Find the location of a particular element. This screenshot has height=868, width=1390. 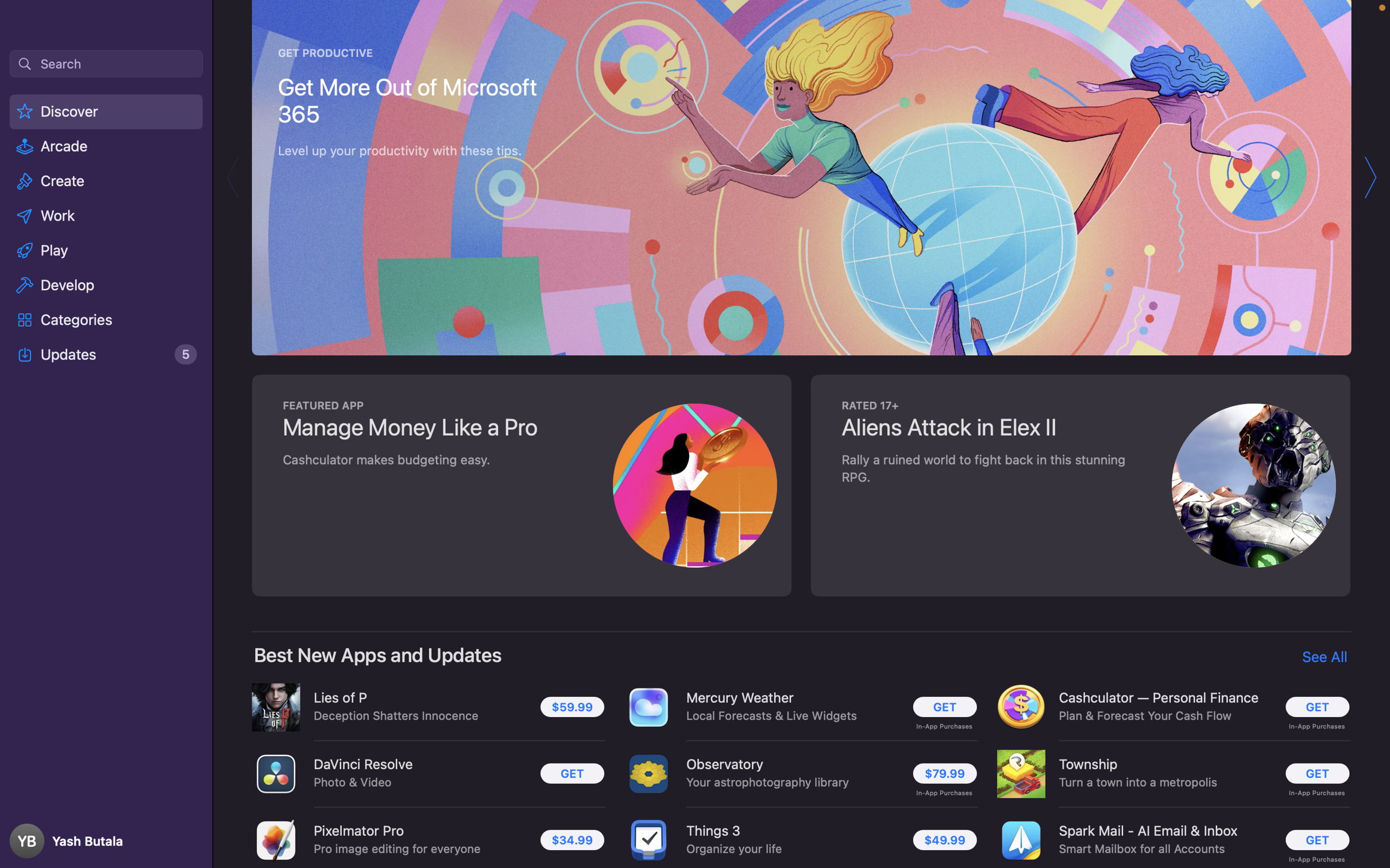

Go to the "Play" section is located at coordinates (106, 249).